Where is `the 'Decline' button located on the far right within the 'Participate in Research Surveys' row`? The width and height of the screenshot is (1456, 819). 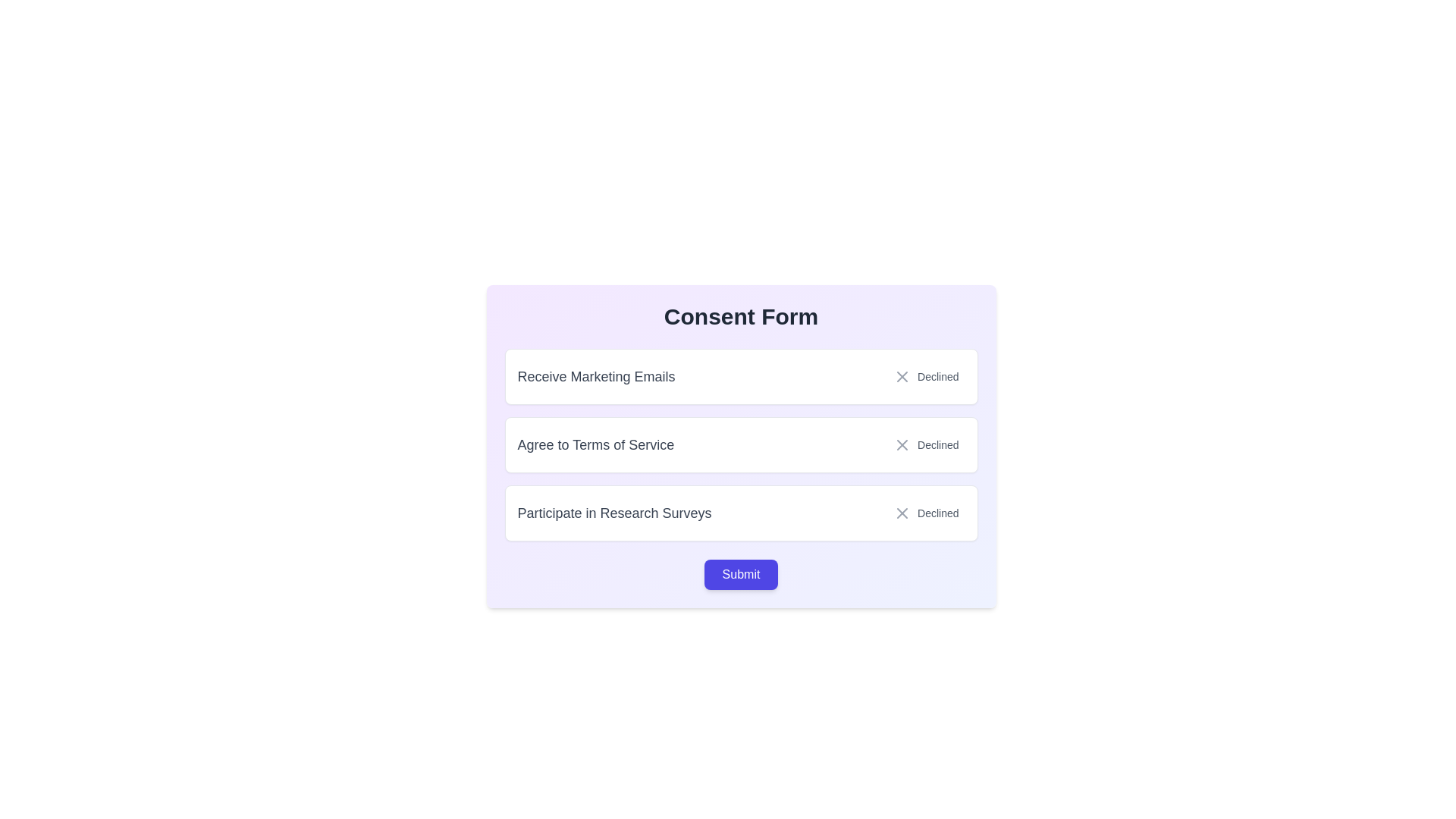 the 'Decline' button located on the far right within the 'Participate in Research Surveys' row is located at coordinates (925, 513).